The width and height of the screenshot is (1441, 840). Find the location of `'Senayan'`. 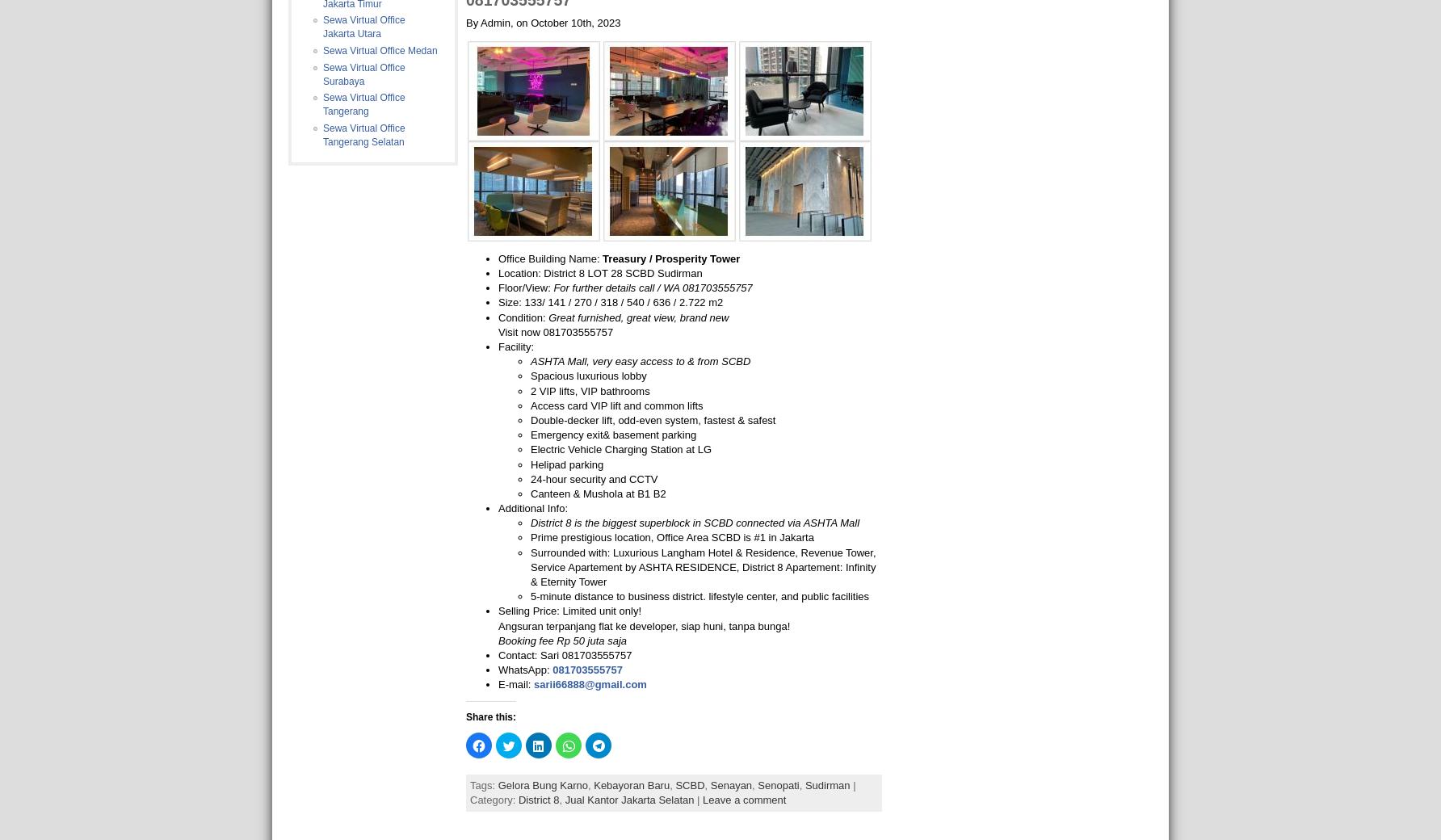

'Senayan' is located at coordinates (731, 784).